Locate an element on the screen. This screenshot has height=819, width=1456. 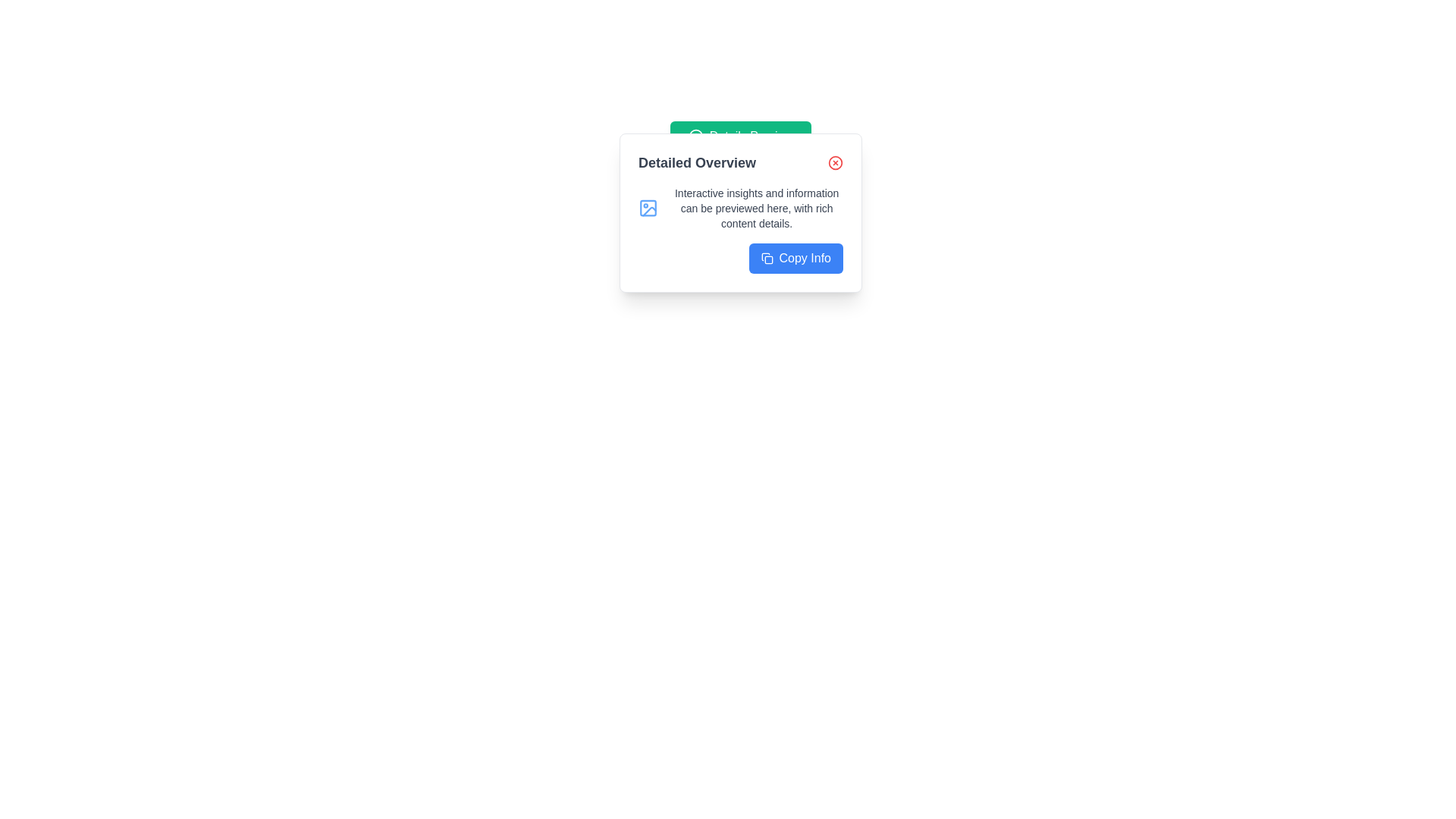
the Popup panel titled 'Detailed Overview', which contains a descriptive paragraph and a button labeled 'Copy Info' is located at coordinates (741, 213).